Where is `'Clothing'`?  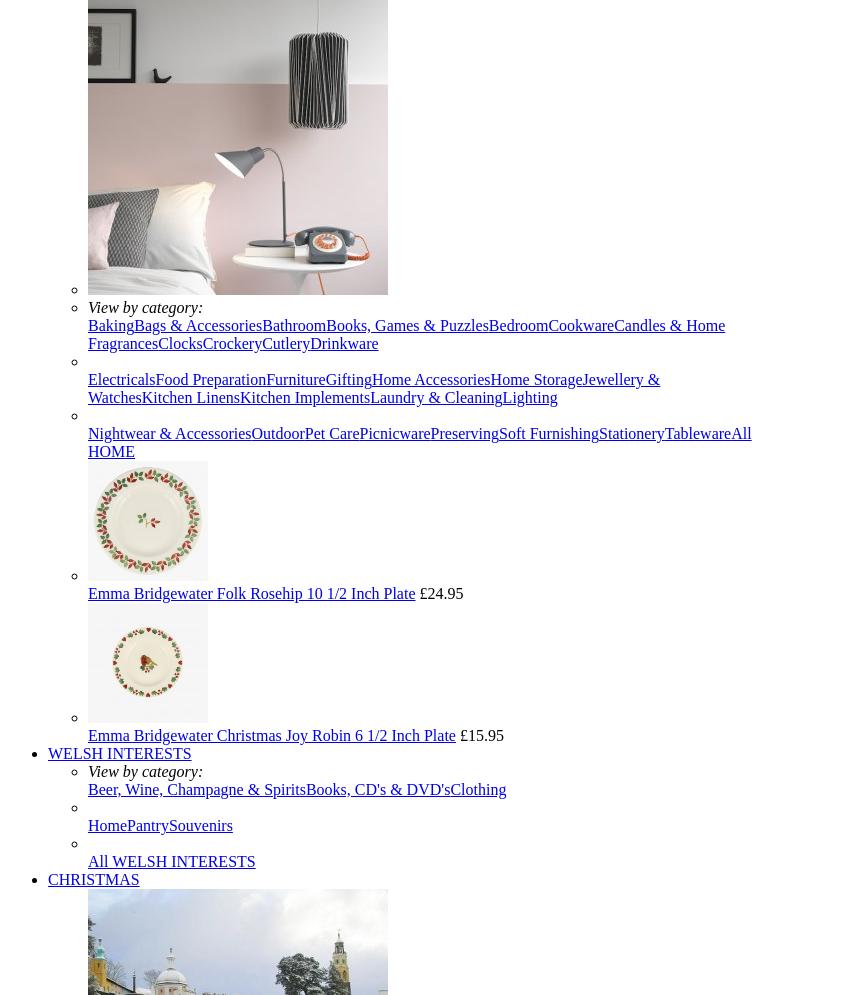
'Clothing' is located at coordinates (449, 789).